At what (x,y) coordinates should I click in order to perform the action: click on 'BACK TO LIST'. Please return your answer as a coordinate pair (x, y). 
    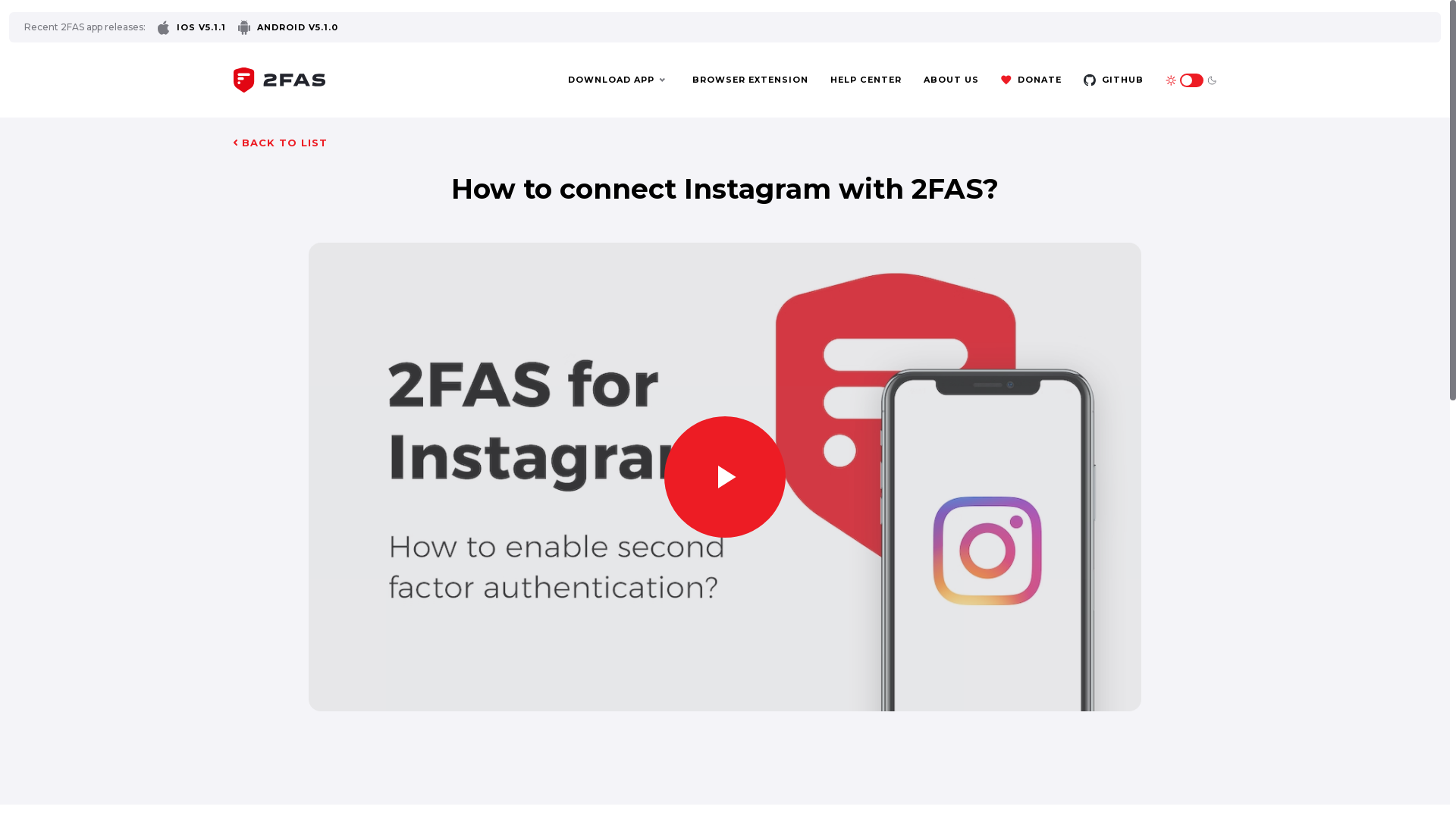
    Looking at the image, I should click on (280, 143).